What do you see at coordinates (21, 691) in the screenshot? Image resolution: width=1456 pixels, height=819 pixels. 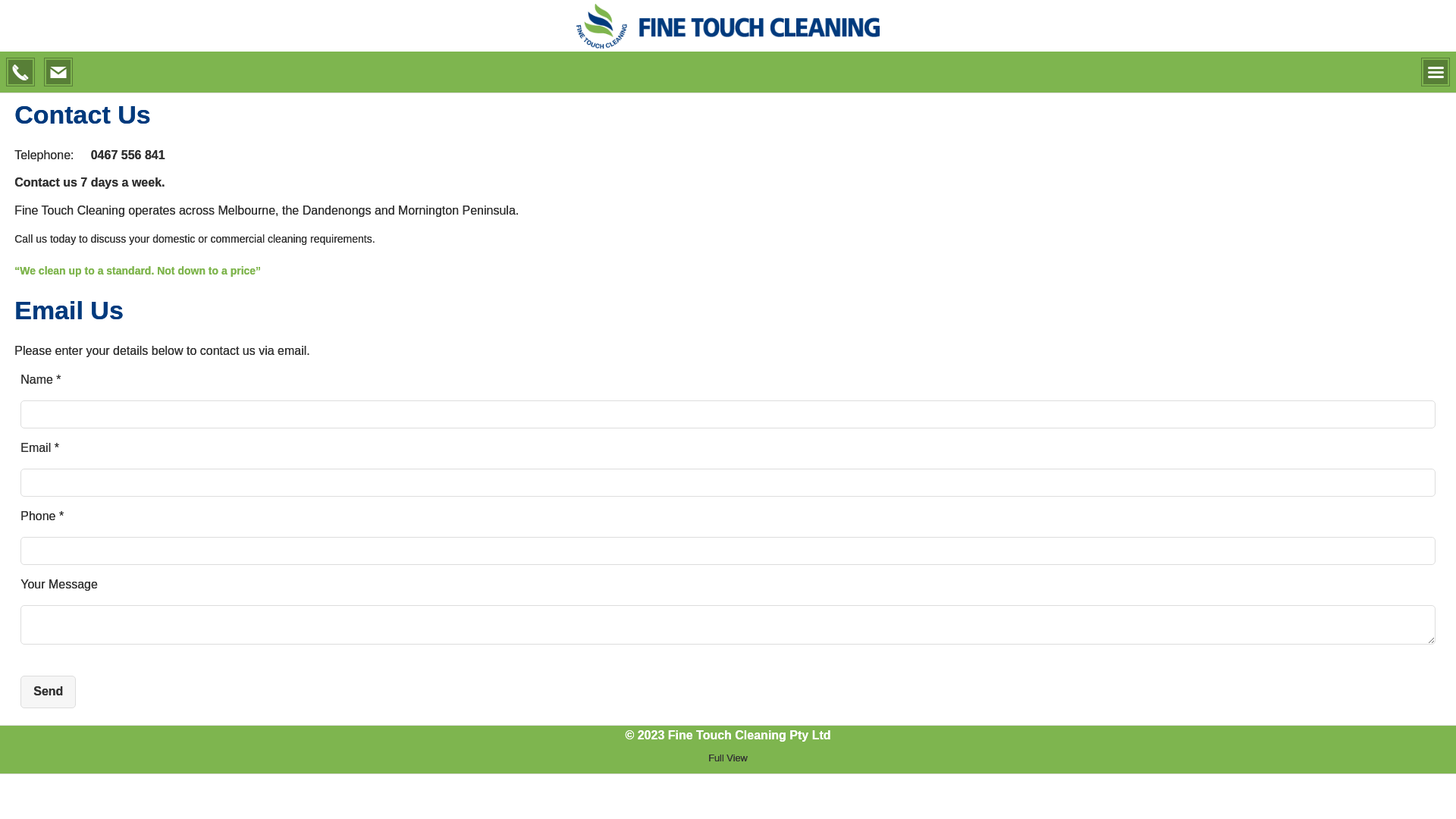 I see `'Send'` at bounding box center [21, 691].